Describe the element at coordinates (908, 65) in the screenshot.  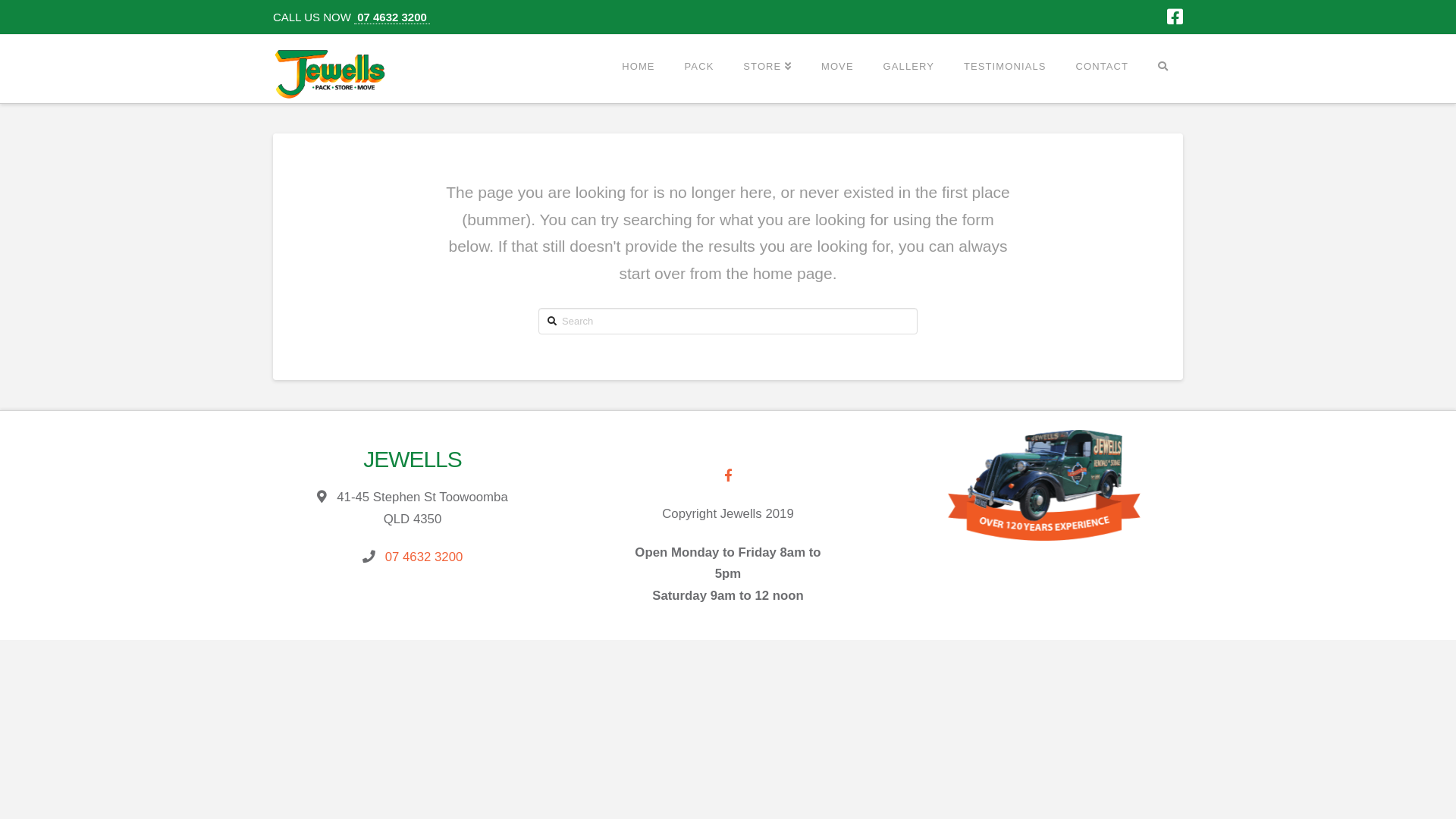
I see `'GALLERY'` at that location.